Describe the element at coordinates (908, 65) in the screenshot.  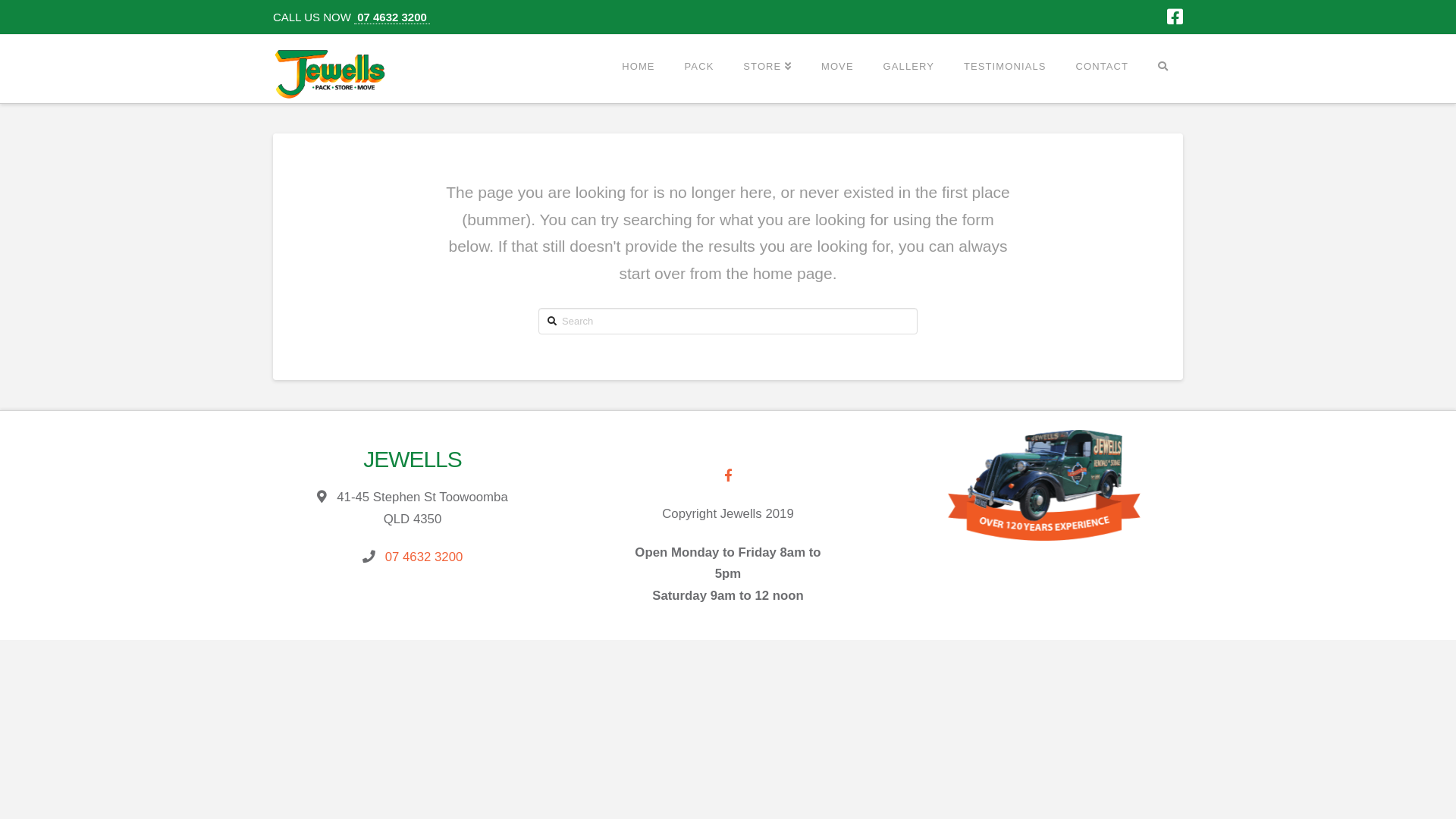
I see `'GALLERY'` at that location.